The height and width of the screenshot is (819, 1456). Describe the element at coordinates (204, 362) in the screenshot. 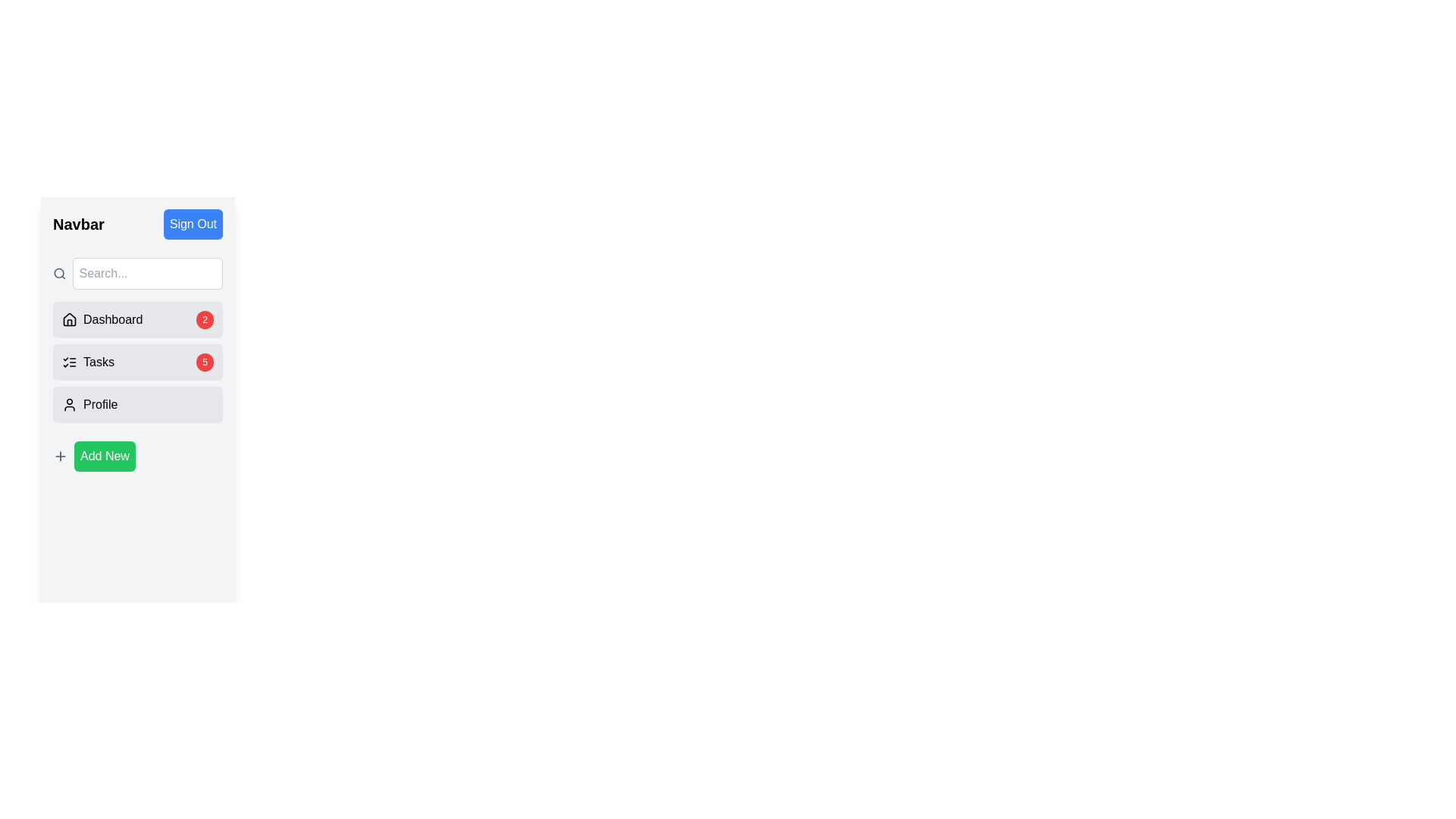

I see `the content of the Notification badge displaying the number '5' with a red background, positioned at the right end of the 'Tasks' section in the navigation menu` at that location.